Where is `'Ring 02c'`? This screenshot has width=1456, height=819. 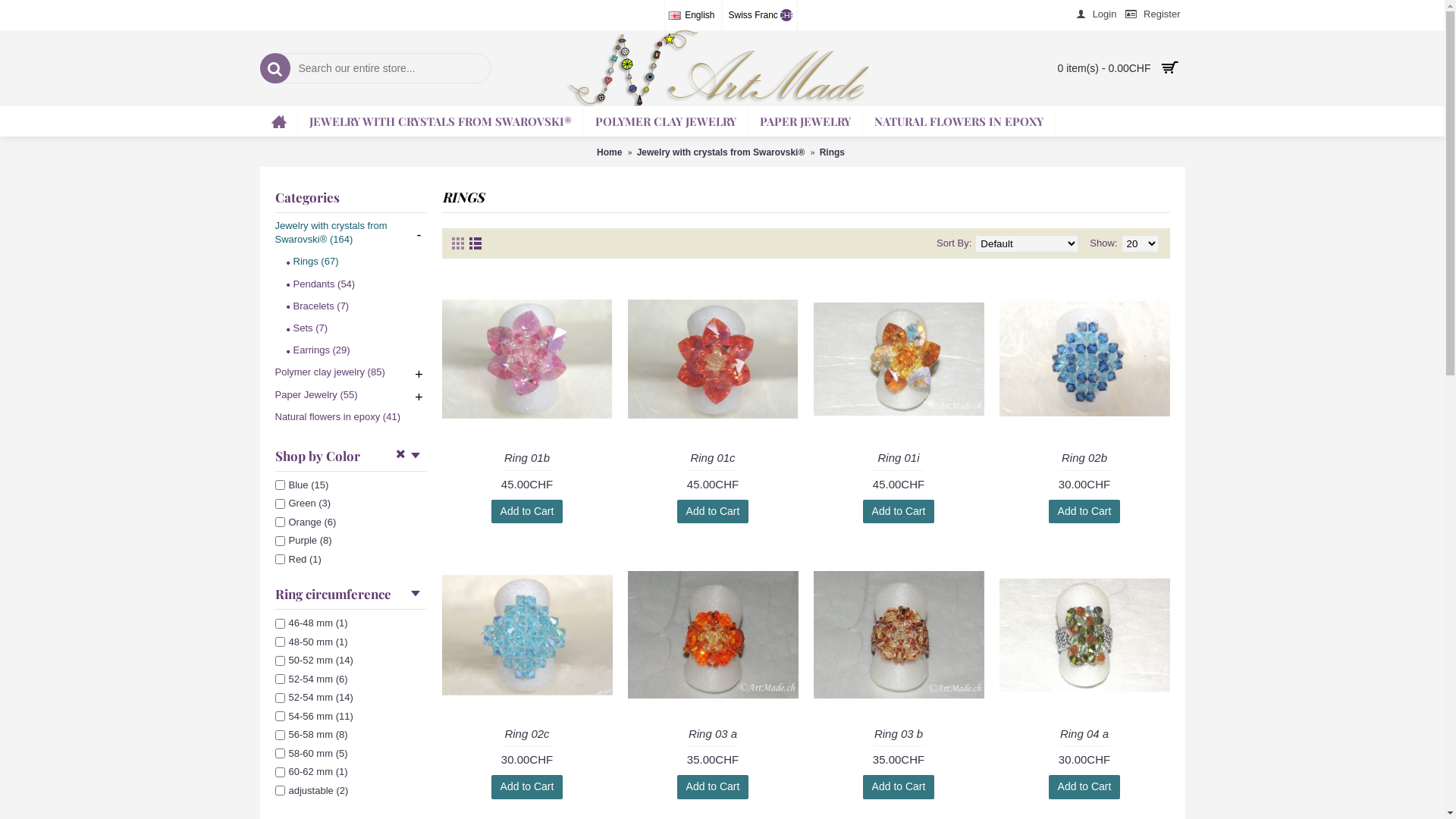
'Ring 02c' is located at coordinates (526, 733).